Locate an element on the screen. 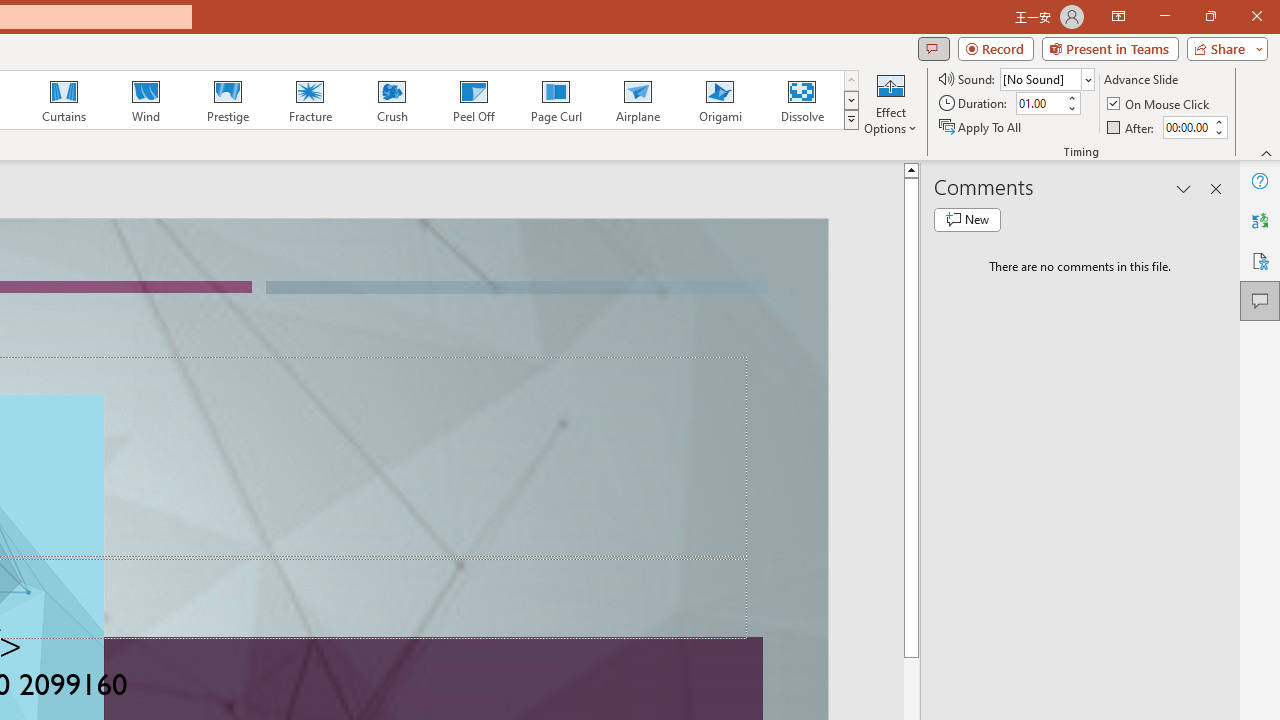 This screenshot has height=720, width=1280. 'Close' is located at coordinates (1255, 16).